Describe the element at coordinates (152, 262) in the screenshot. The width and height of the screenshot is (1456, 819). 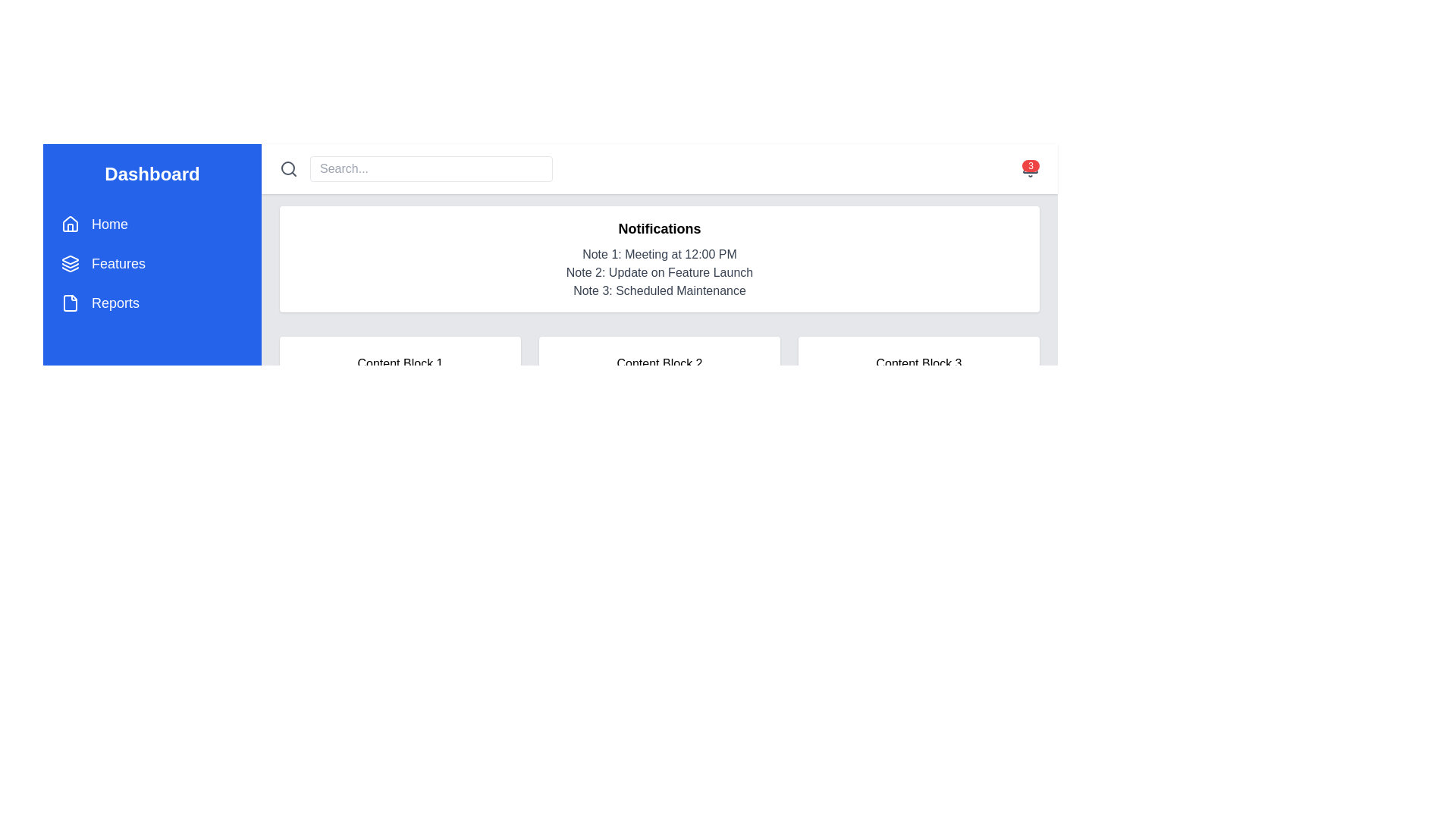
I see `the navigation button in the blue sidebar that directs to the 'Features' page, positioned between 'Home' and 'Reports'` at that location.